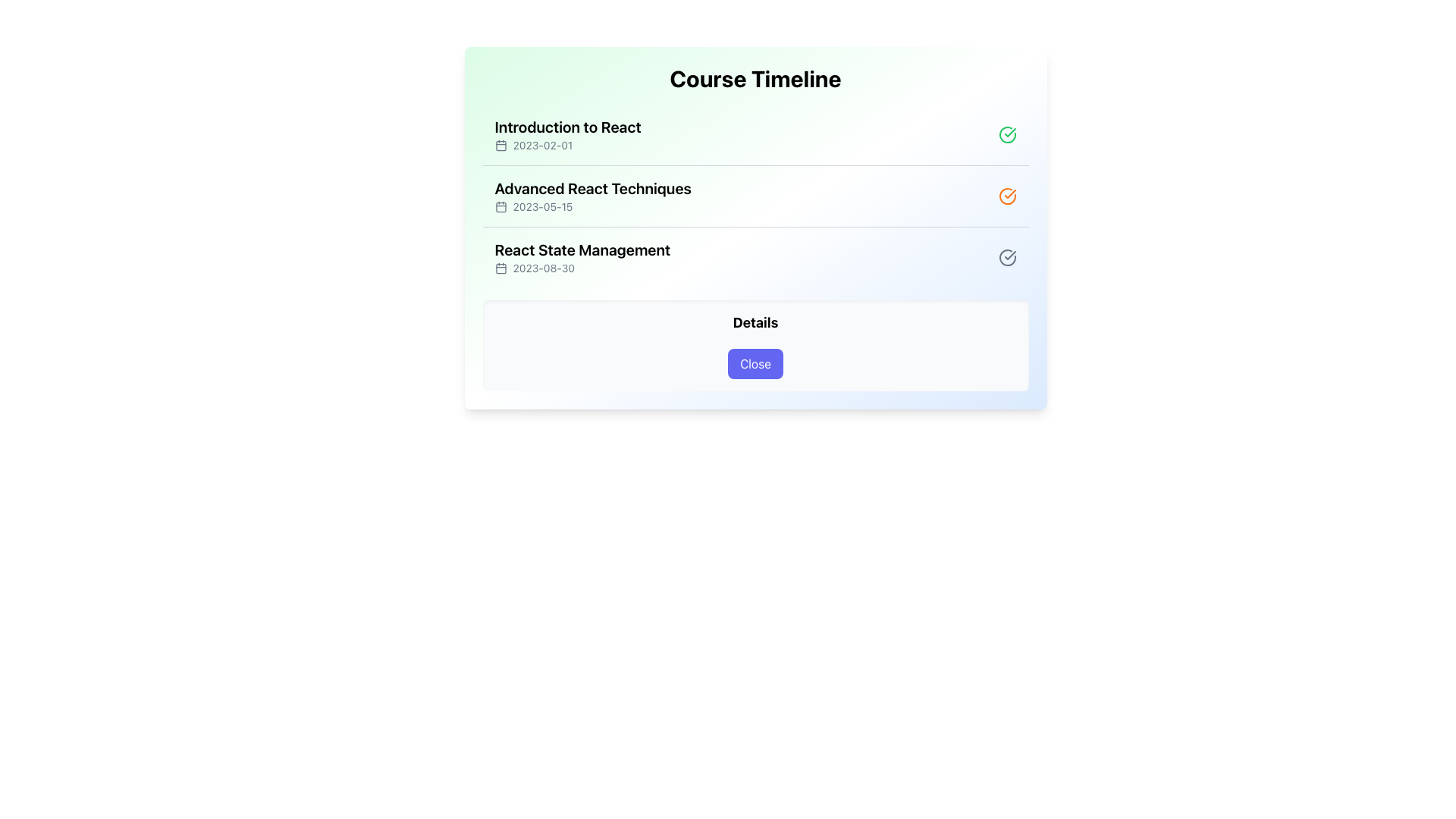 This screenshot has width=1456, height=819. I want to click on the text label indicating the title of the first course in the timeline, which is located in the 'Introduction to React' section, directly above the date '2023-02-01', so click(566, 127).